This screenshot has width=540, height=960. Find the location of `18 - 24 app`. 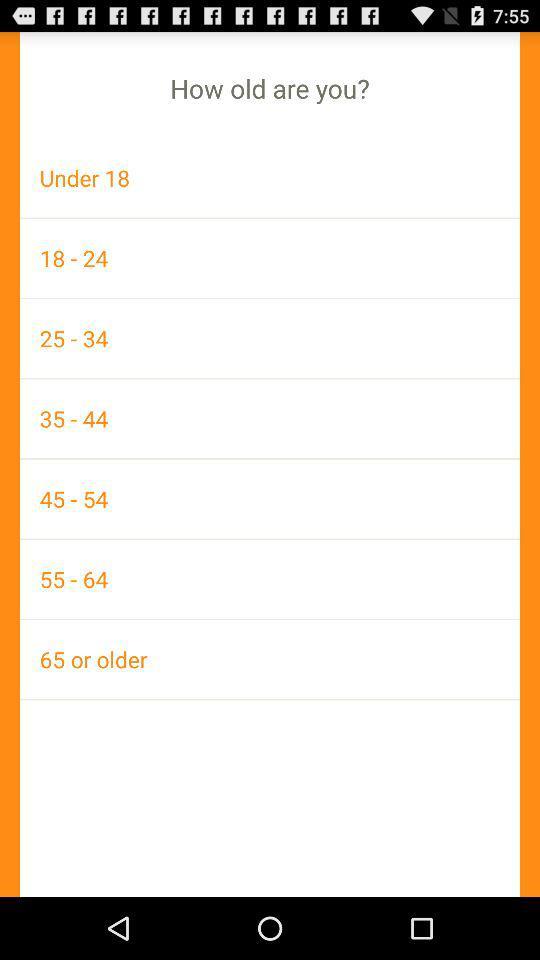

18 - 24 app is located at coordinates (270, 257).